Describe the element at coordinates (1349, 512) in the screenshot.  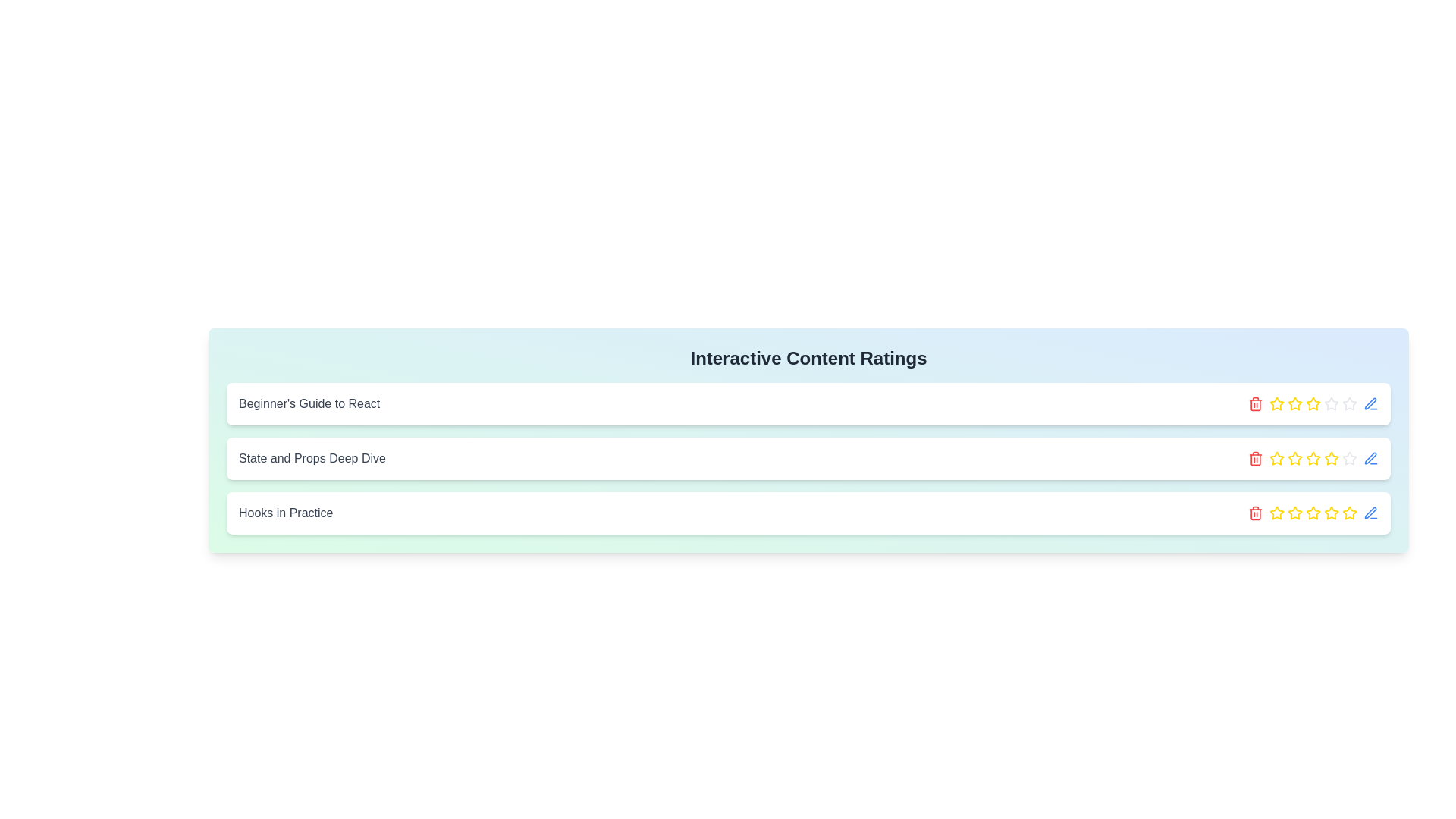
I see `the fourth star in the five-star rating system` at that location.